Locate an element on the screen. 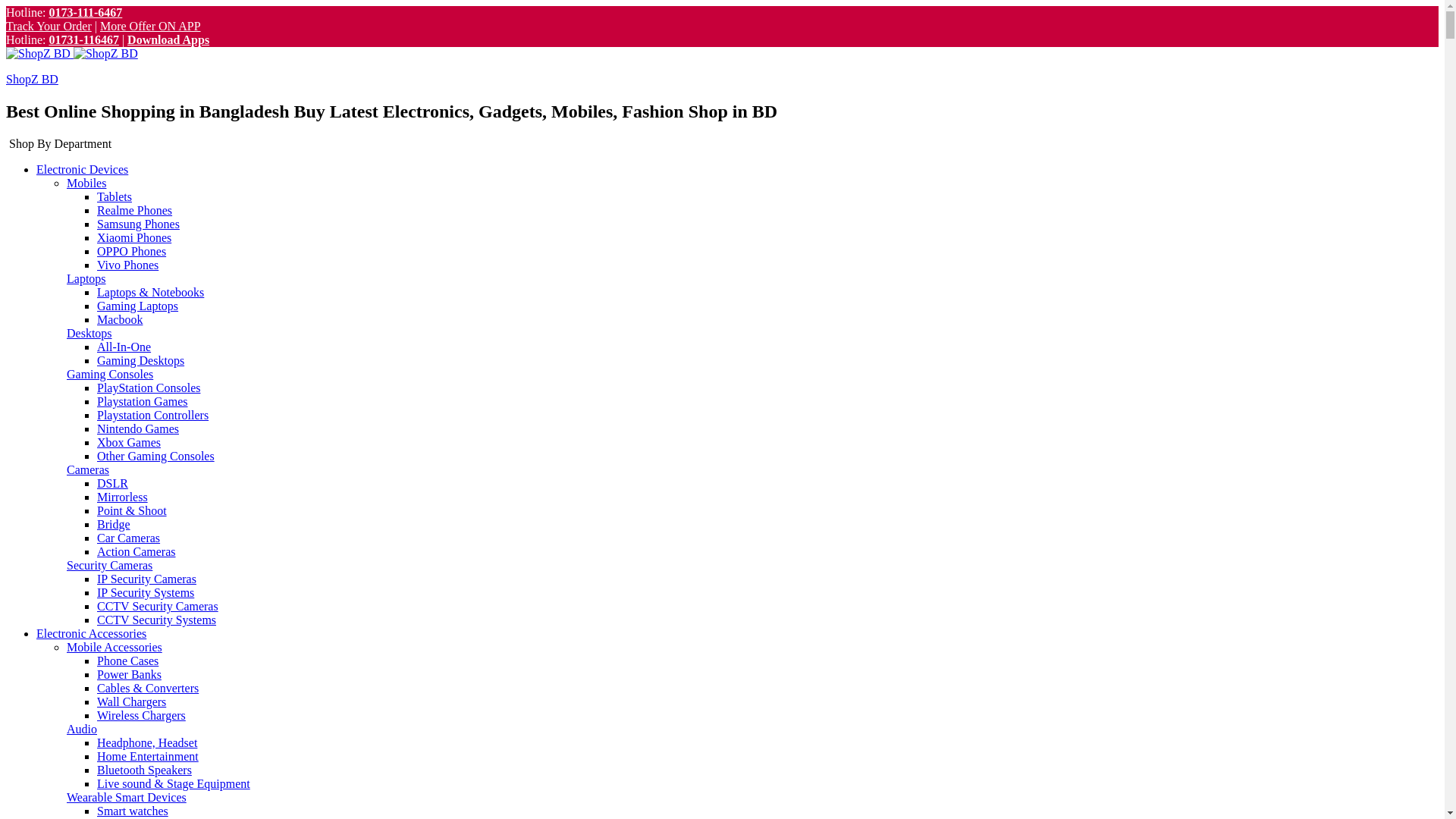  'Xiaomi Phones' is located at coordinates (134, 237).